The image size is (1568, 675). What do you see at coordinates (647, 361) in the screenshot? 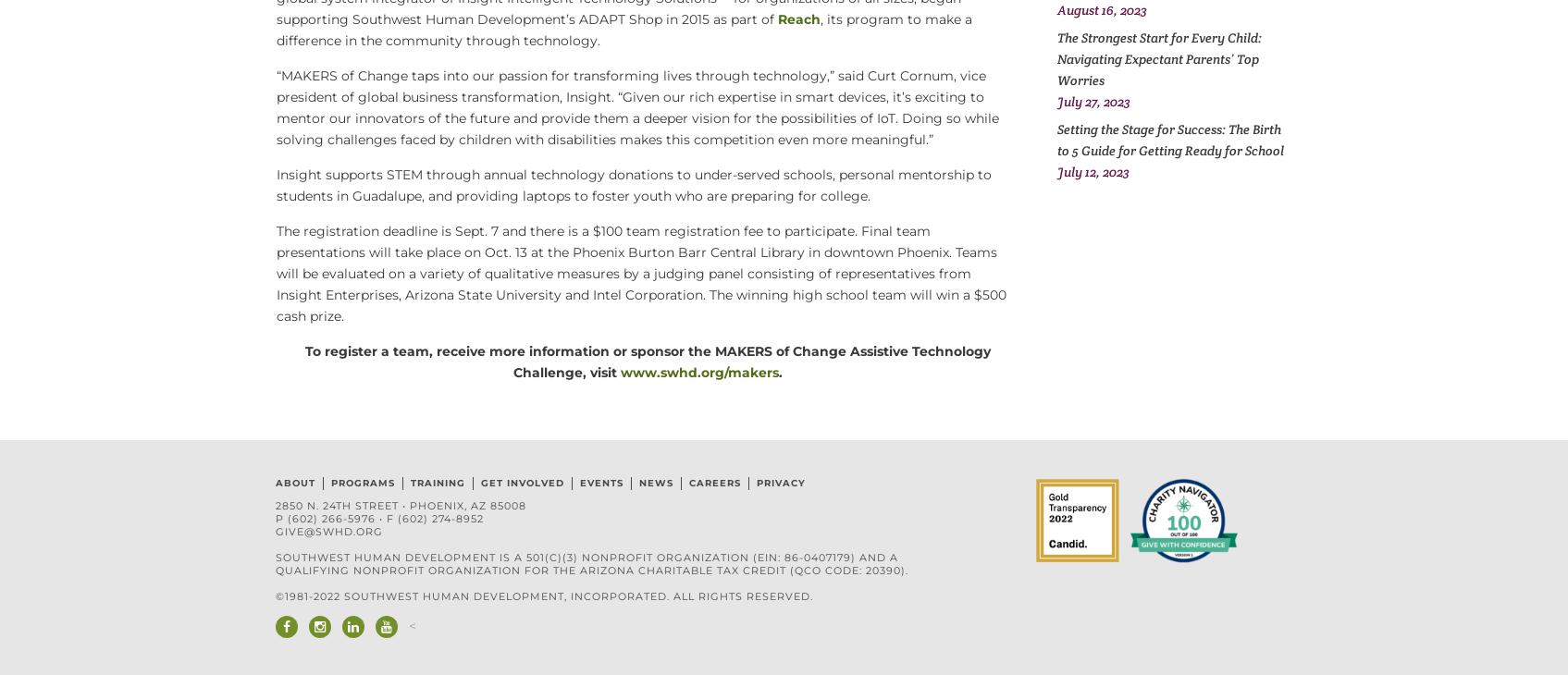
I see `'To register a team, receive more information or sponsor the MAKERS of Change Assistive Technology Challenge,'` at bounding box center [647, 361].